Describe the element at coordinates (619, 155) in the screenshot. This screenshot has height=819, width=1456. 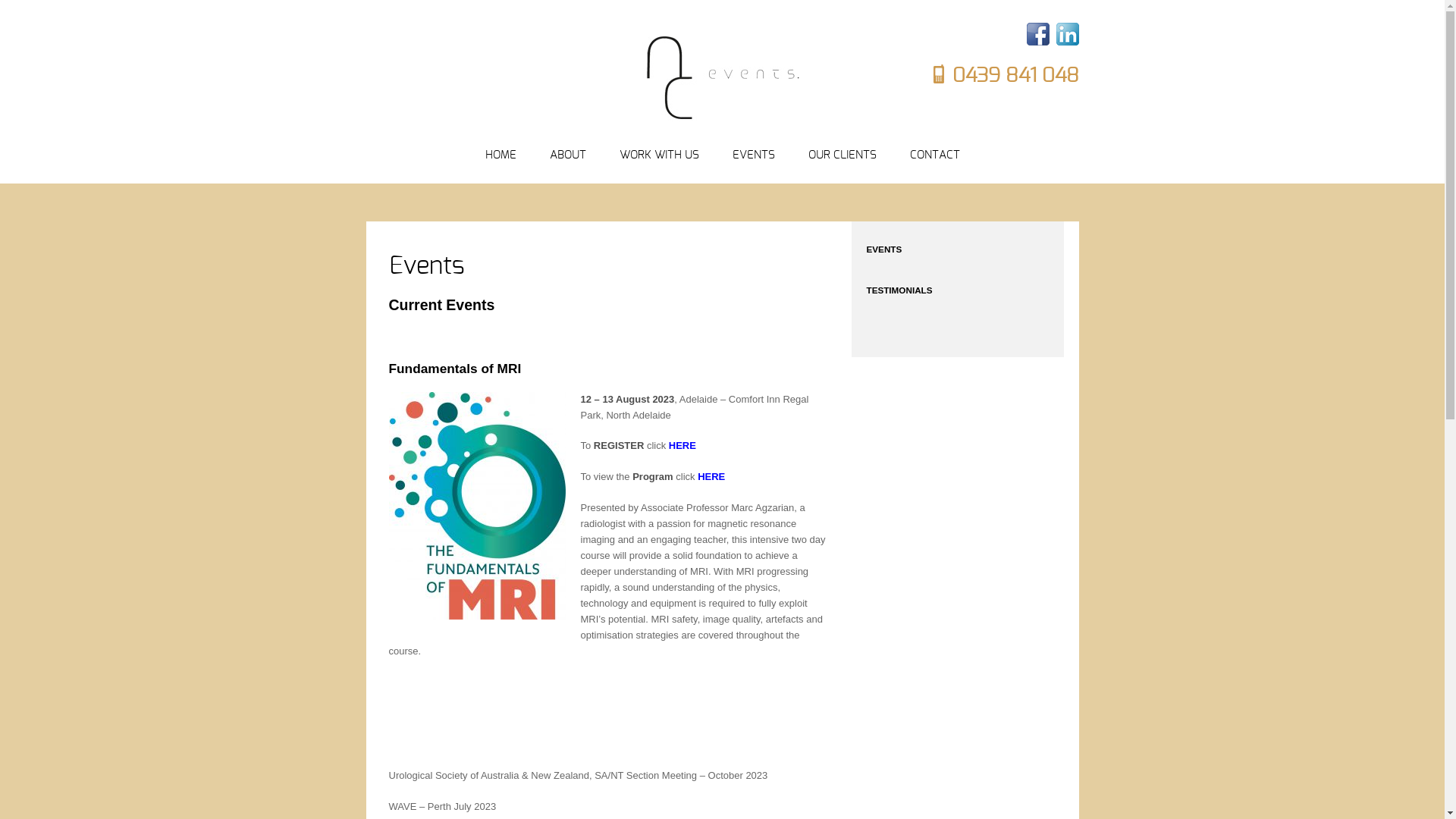
I see `'WORK WITH US'` at that location.